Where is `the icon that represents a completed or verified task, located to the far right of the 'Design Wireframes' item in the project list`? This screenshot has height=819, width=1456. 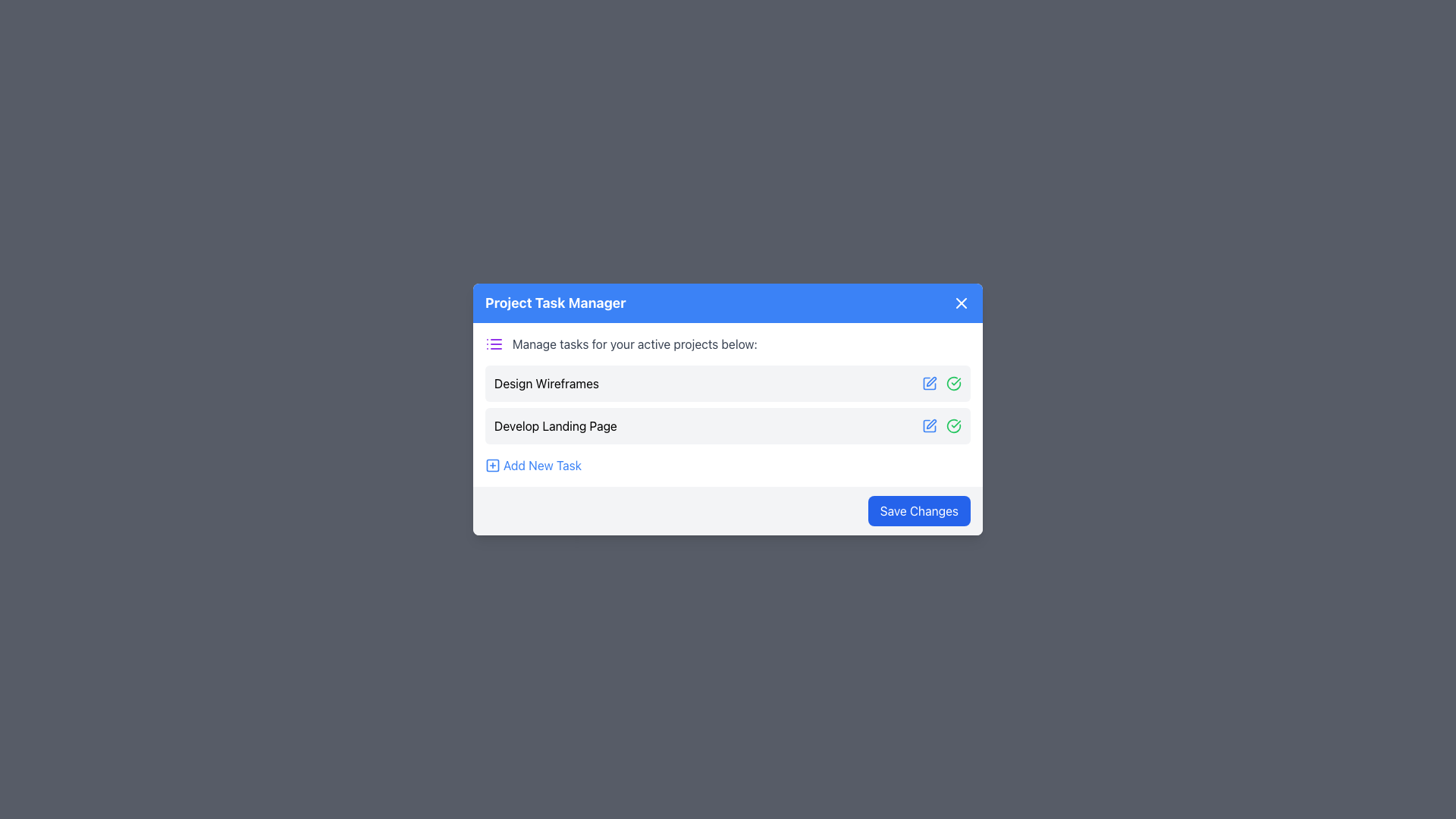 the icon that represents a completed or verified task, located to the far right of the 'Design Wireframes' item in the project list is located at coordinates (952, 426).